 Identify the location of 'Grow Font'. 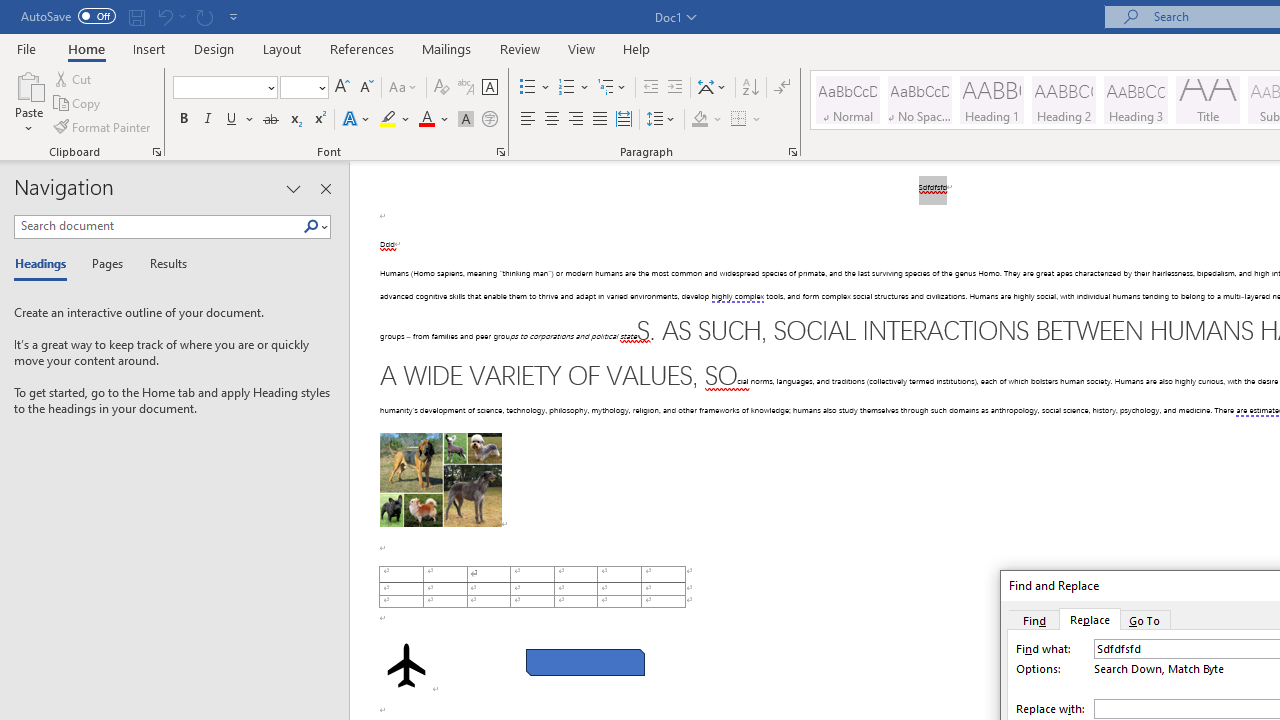
(342, 86).